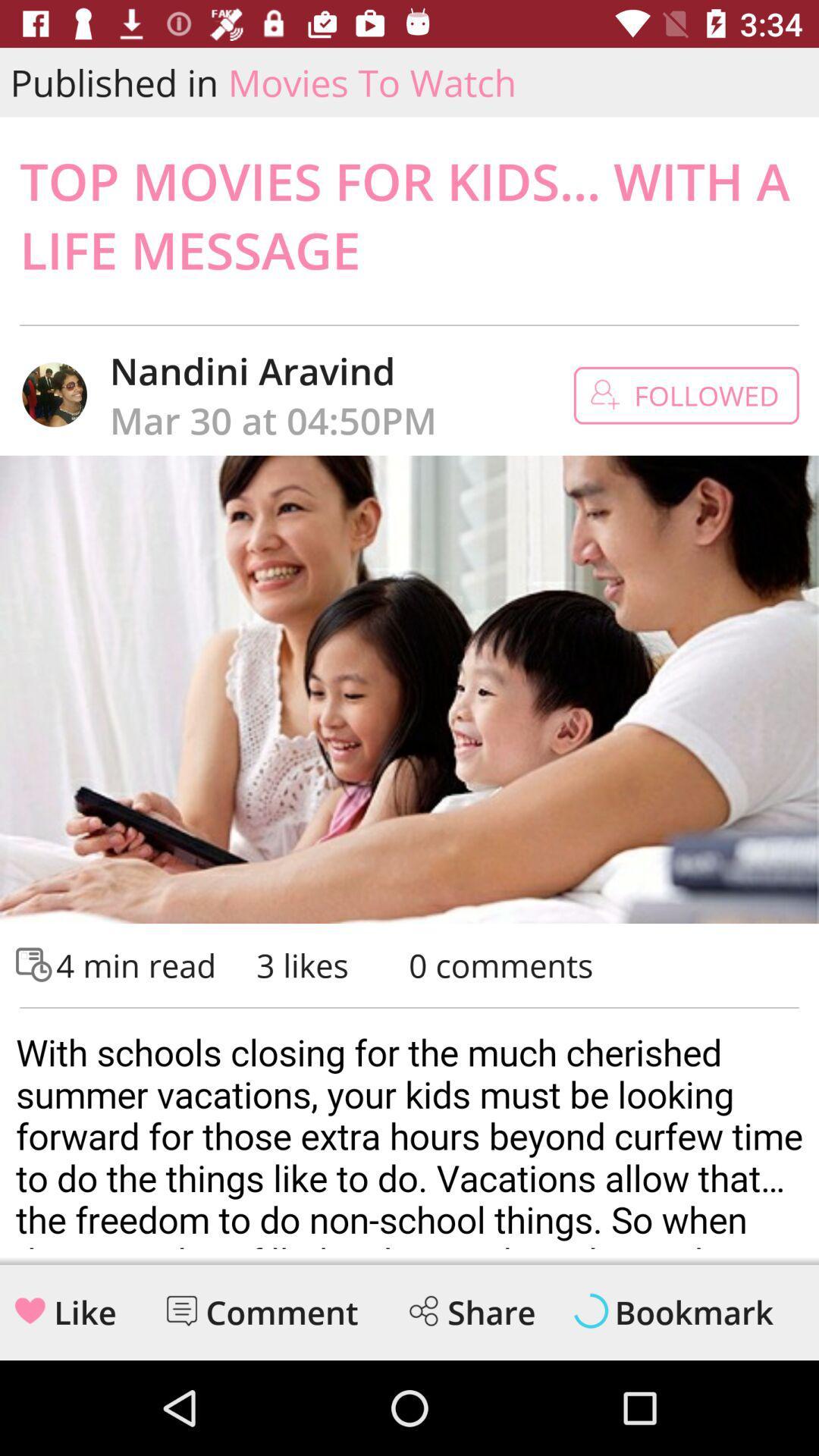  I want to click on the favorite icon, so click(30, 1310).